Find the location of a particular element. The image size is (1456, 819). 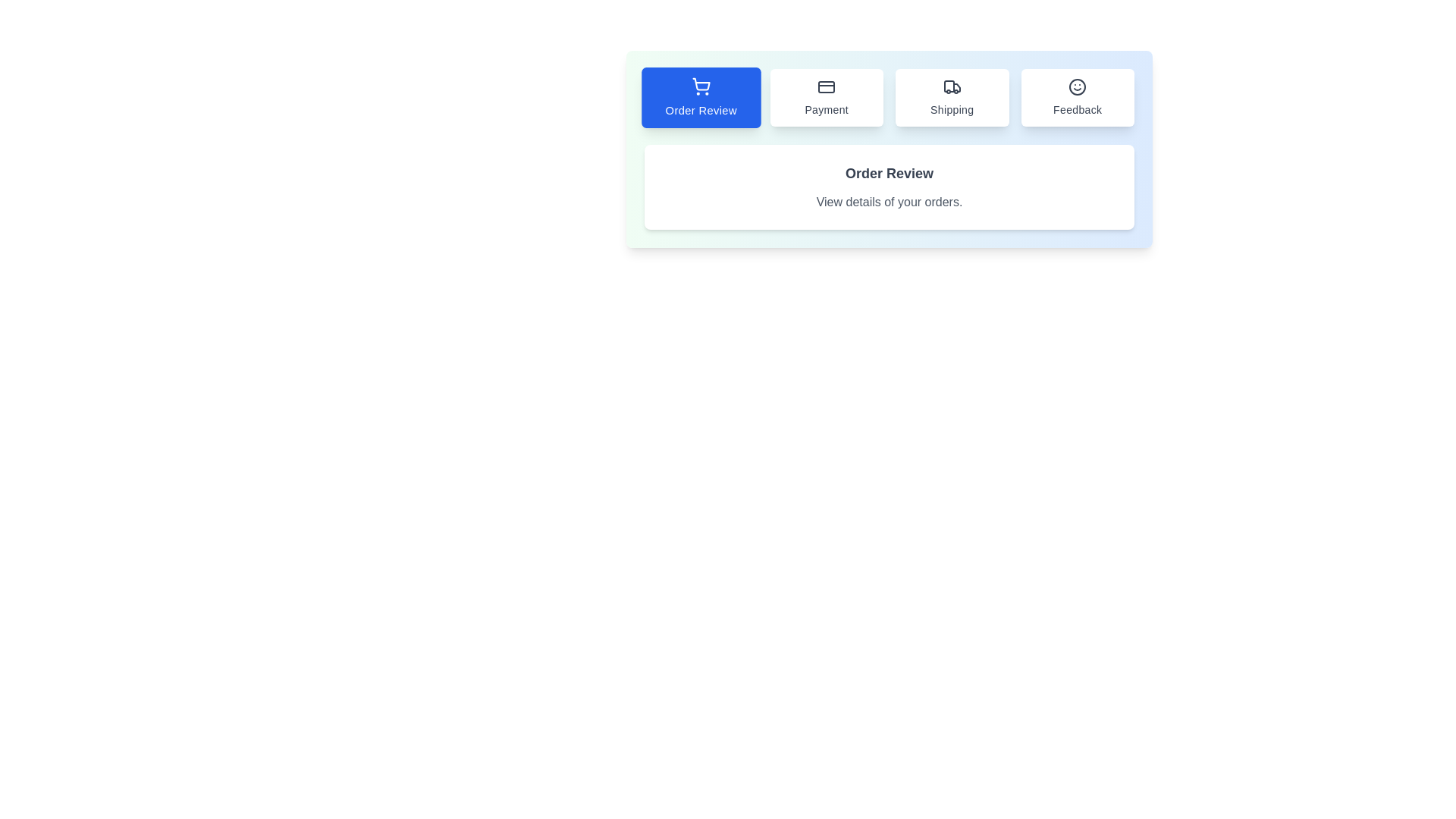

the inner rectangle of the 'Payment' icon, which is the second icon from the left in the navigation options is located at coordinates (826, 87).